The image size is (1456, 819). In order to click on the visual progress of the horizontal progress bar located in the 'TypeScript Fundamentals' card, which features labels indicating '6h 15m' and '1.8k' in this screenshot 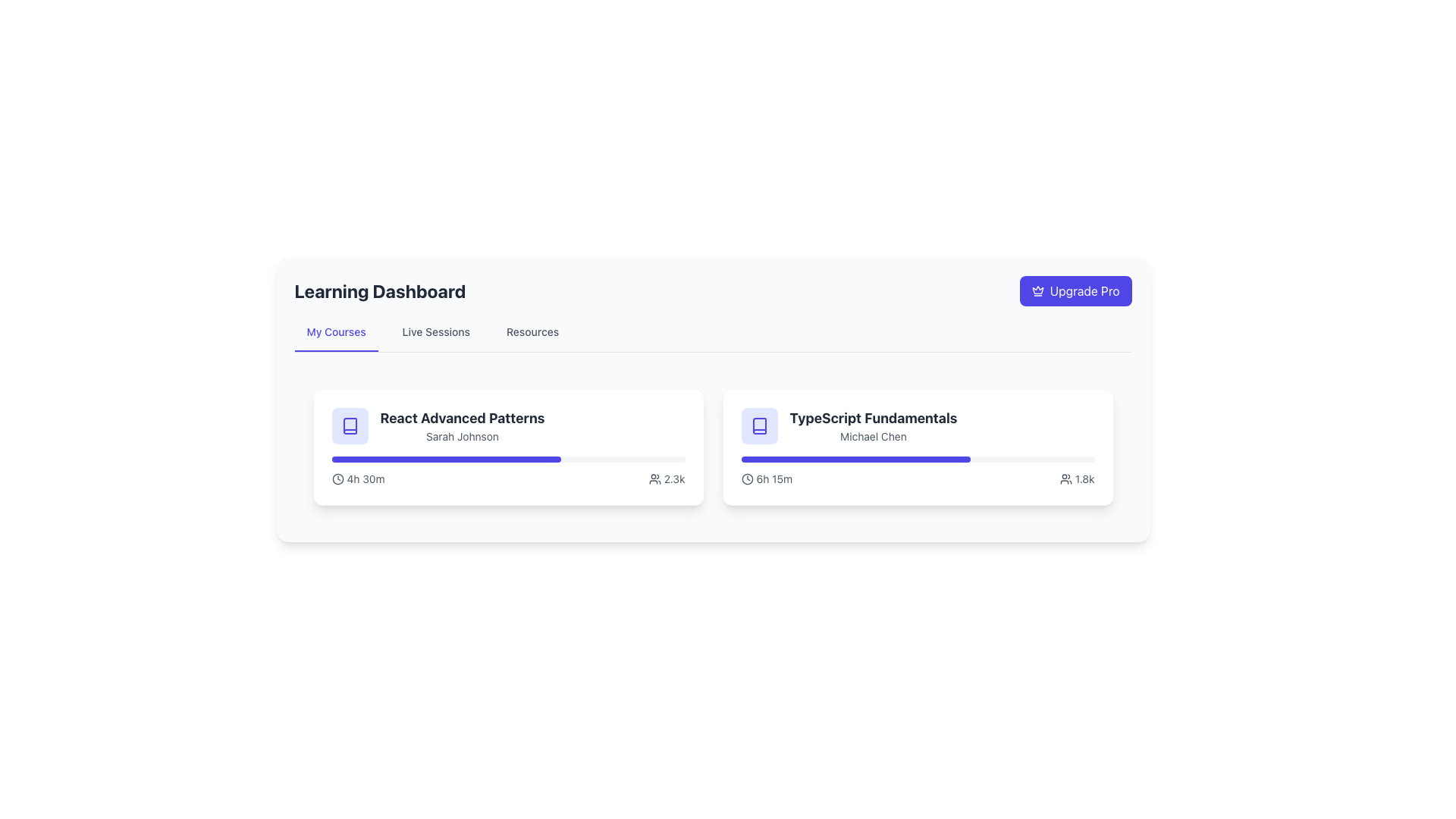, I will do `click(917, 470)`.